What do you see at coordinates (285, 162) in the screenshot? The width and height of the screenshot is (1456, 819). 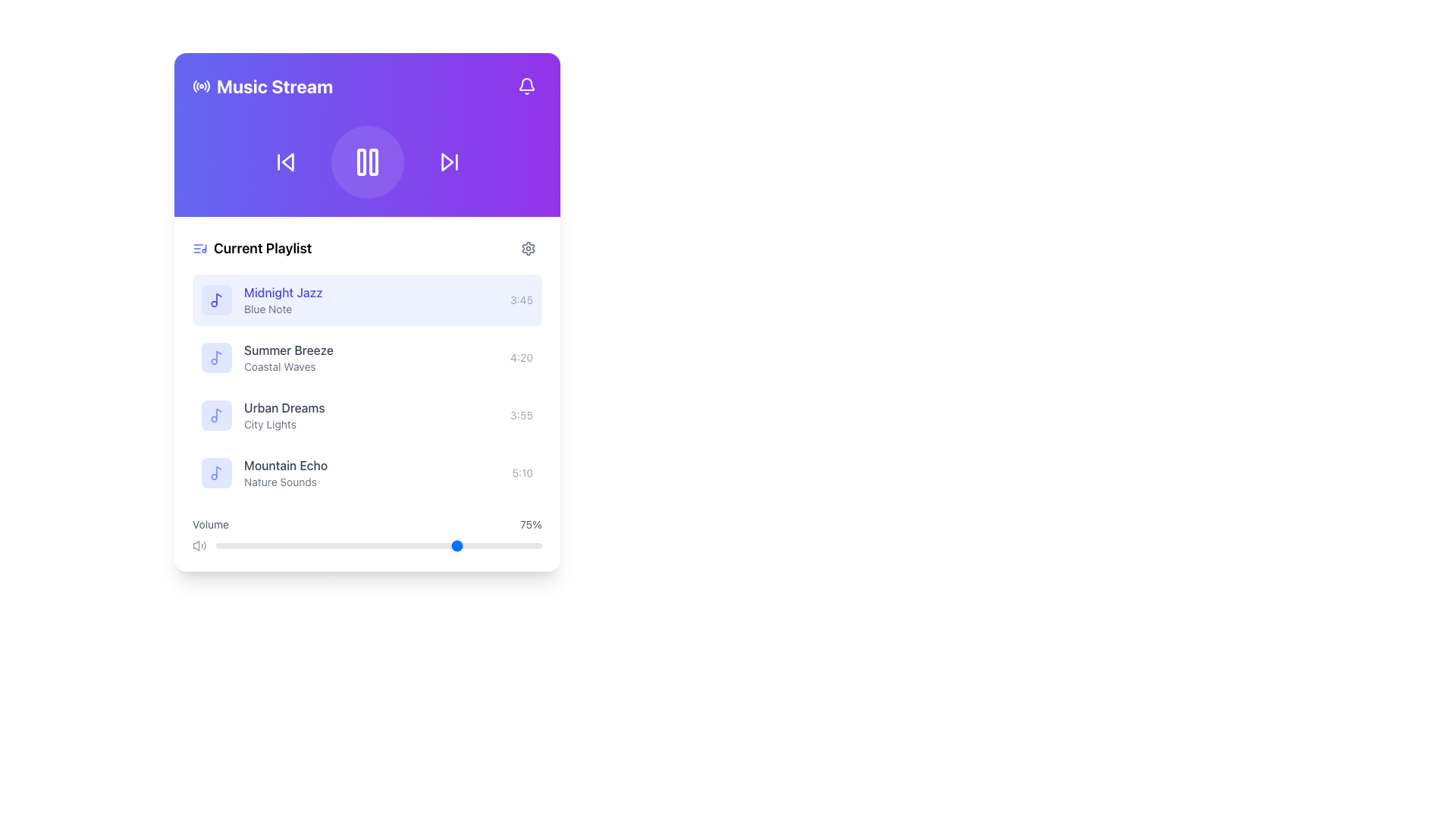 I see `the button located in the header section of the application to skip back to the previous track in the music playlist` at bounding box center [285, 162].